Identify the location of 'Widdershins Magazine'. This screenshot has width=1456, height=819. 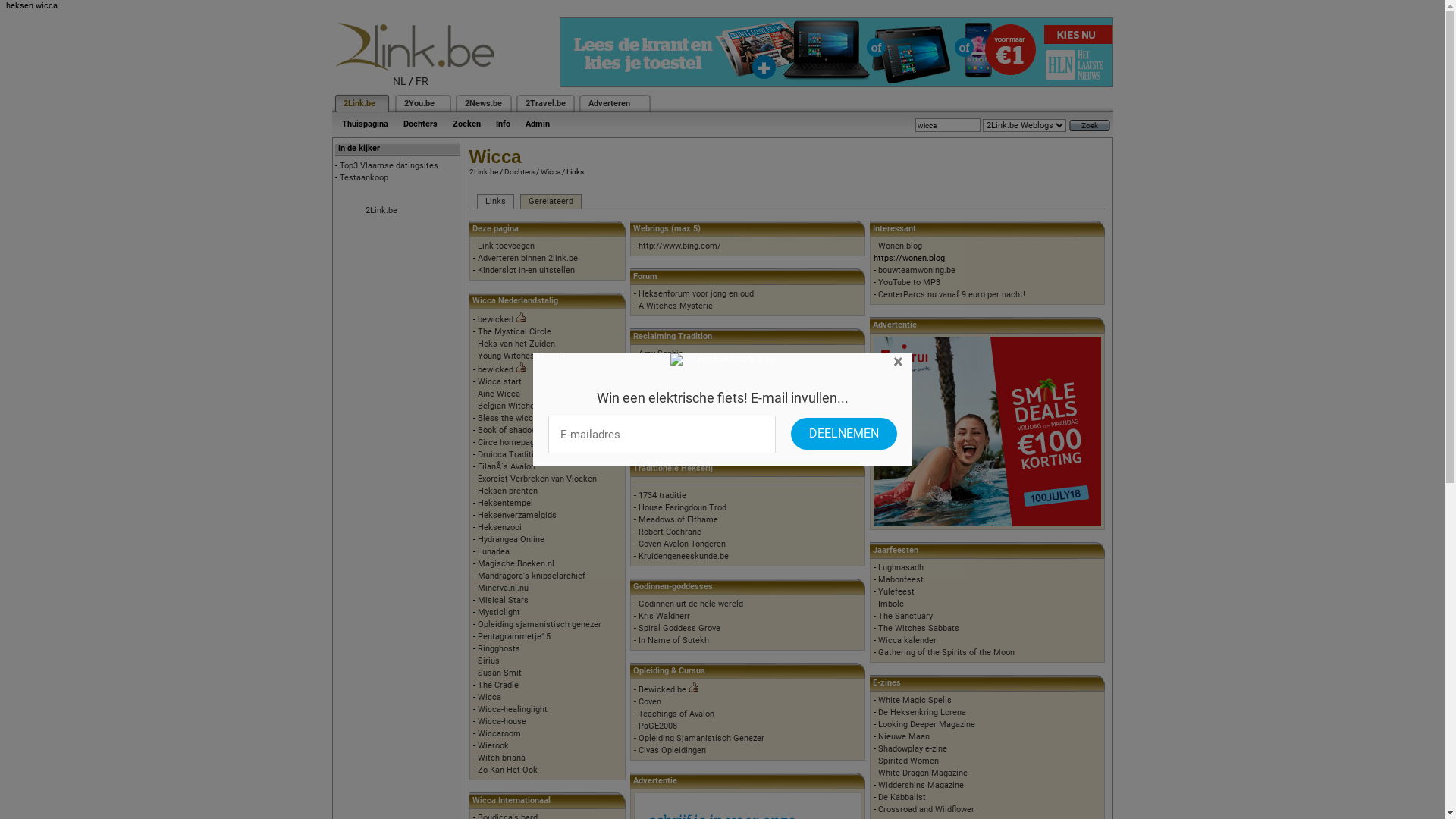
(877, 785).